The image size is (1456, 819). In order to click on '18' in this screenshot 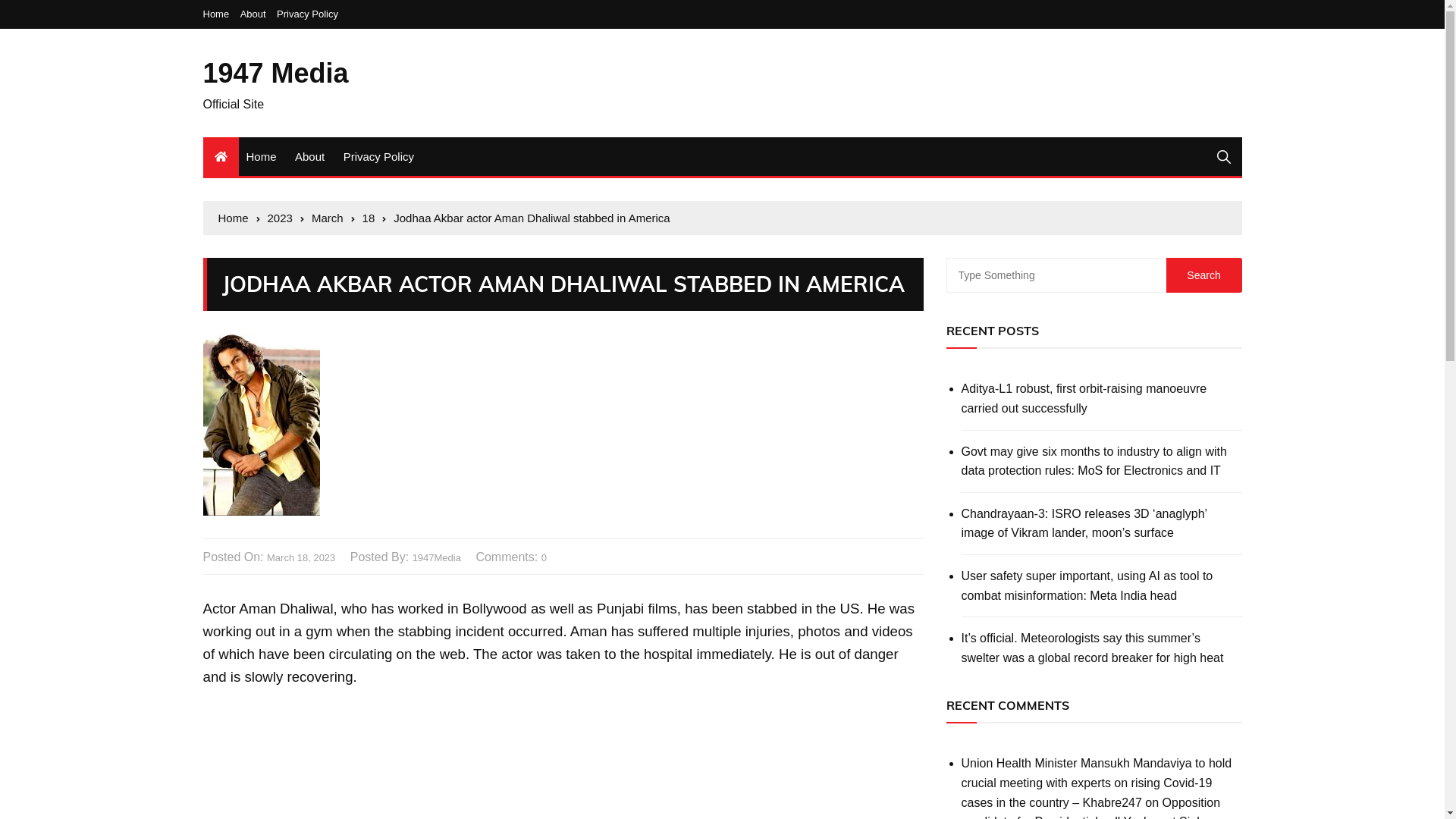, I will do `click(375, 218)`.